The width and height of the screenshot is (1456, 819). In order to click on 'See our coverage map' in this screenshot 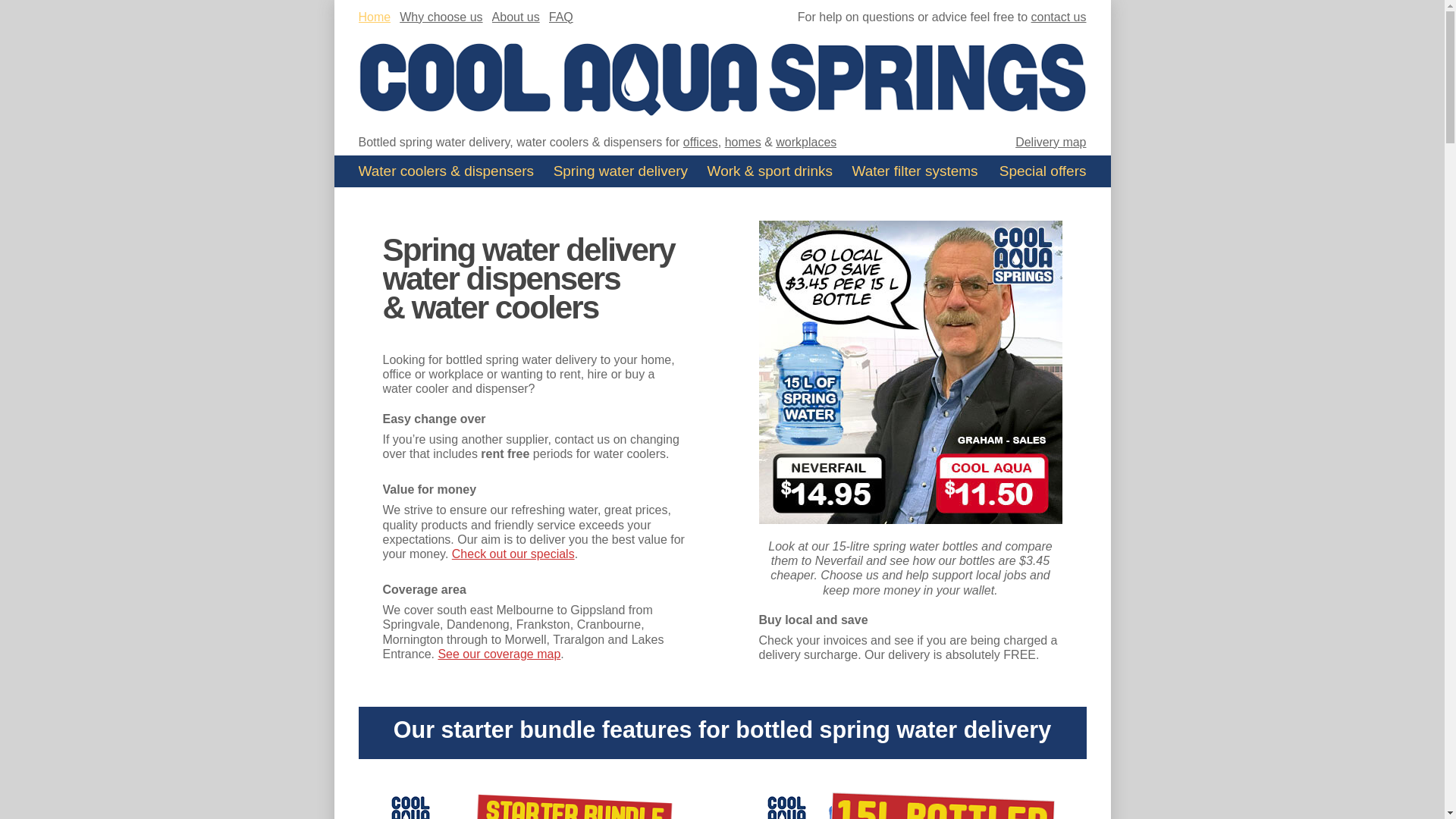, I will do `click(498, 653)`.